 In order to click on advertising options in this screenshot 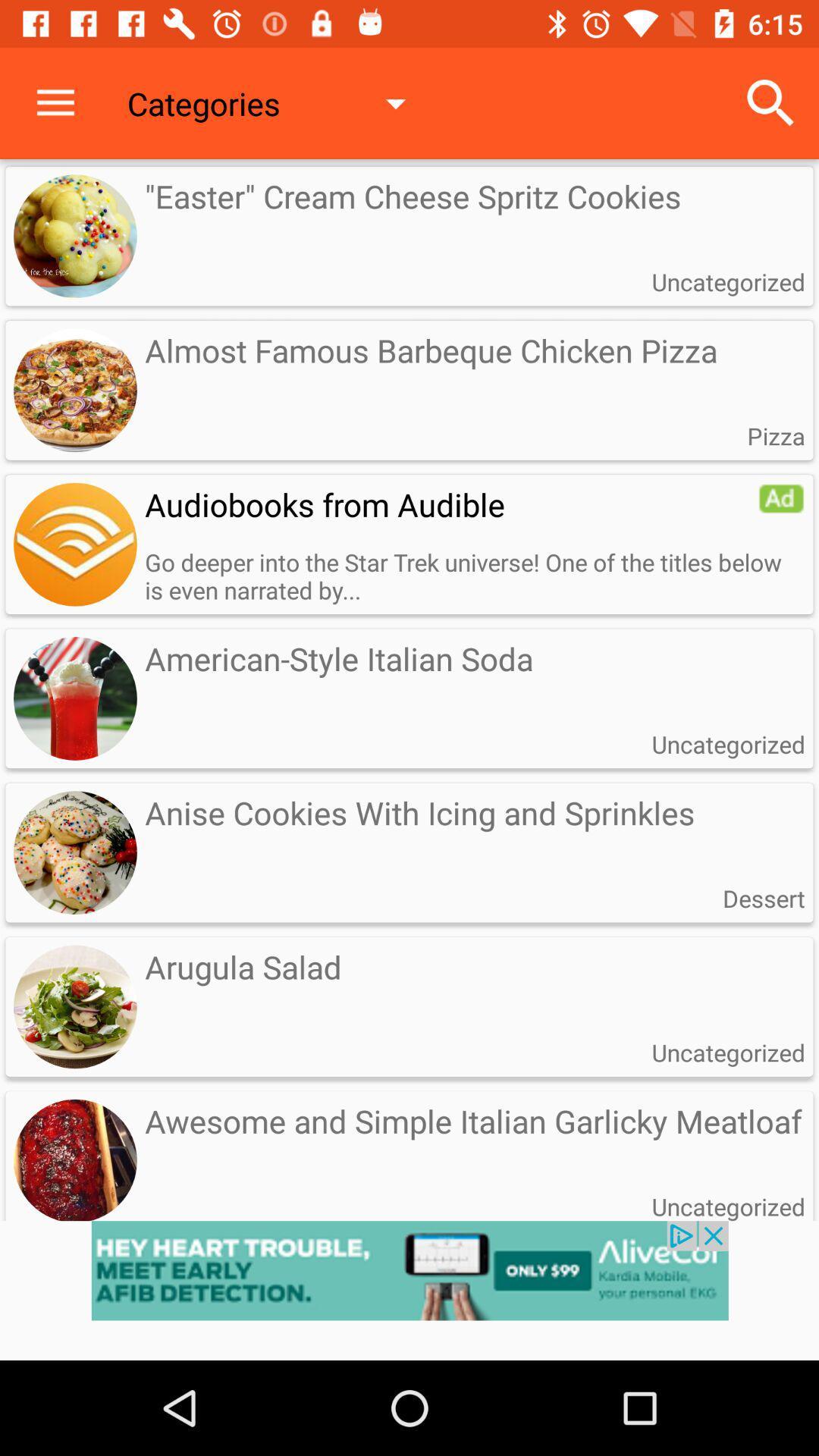, I will do `click(781, 498)`.